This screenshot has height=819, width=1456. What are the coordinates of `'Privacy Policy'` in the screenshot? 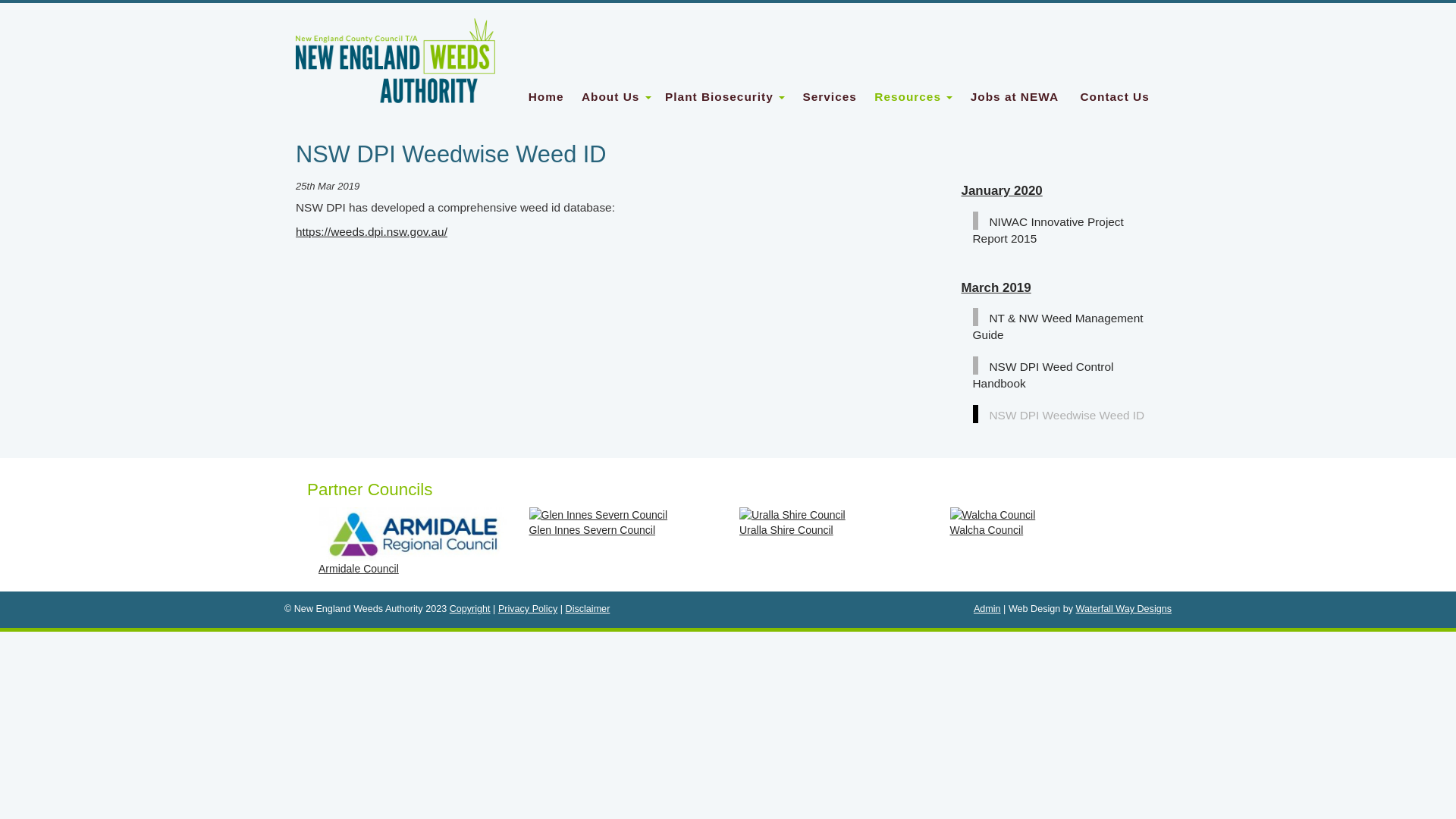 It's located at (528, 607).